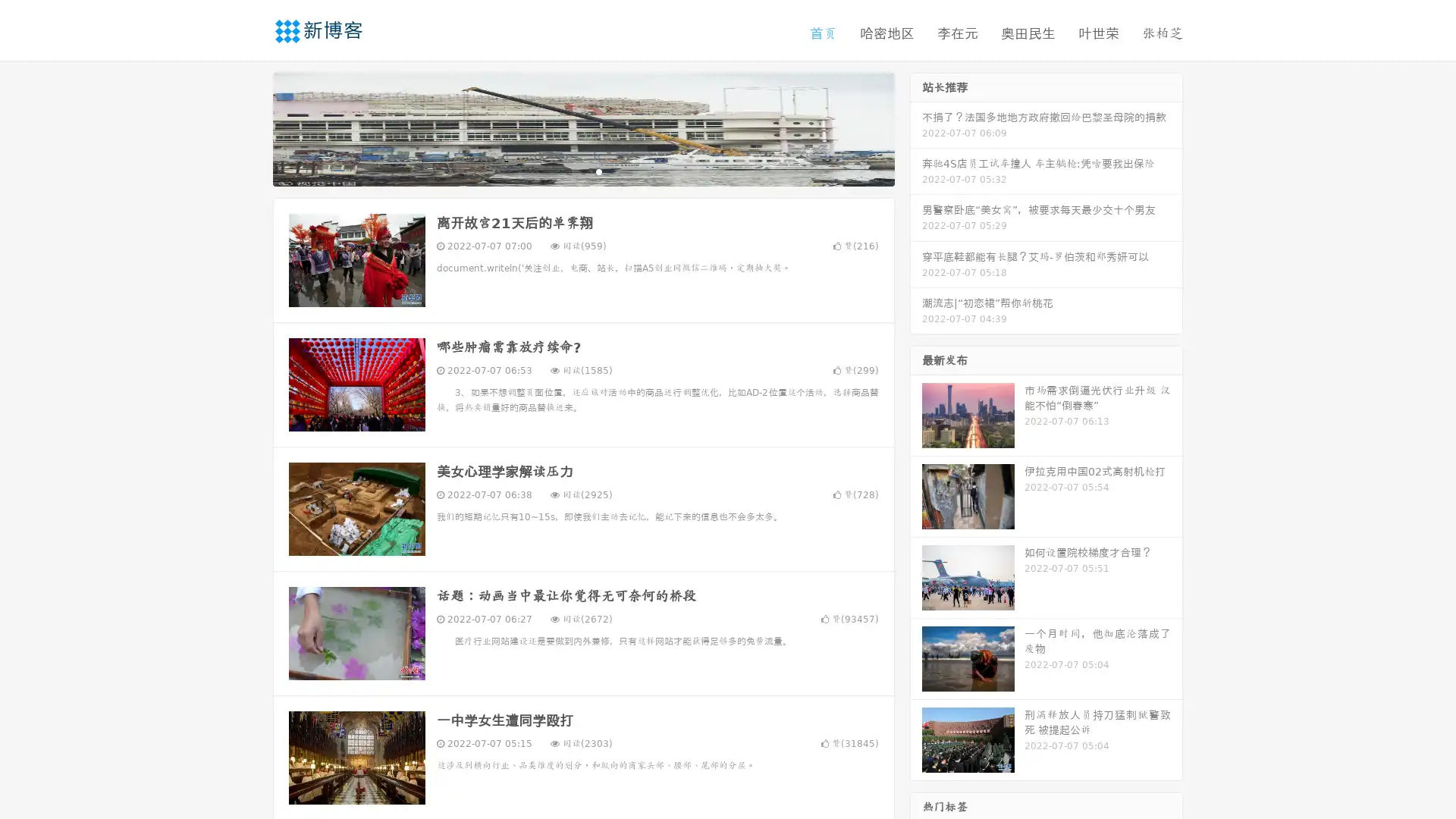  Describe the element at coordinates (916, 127) in the screenshot. I see `Next slide` at that location.